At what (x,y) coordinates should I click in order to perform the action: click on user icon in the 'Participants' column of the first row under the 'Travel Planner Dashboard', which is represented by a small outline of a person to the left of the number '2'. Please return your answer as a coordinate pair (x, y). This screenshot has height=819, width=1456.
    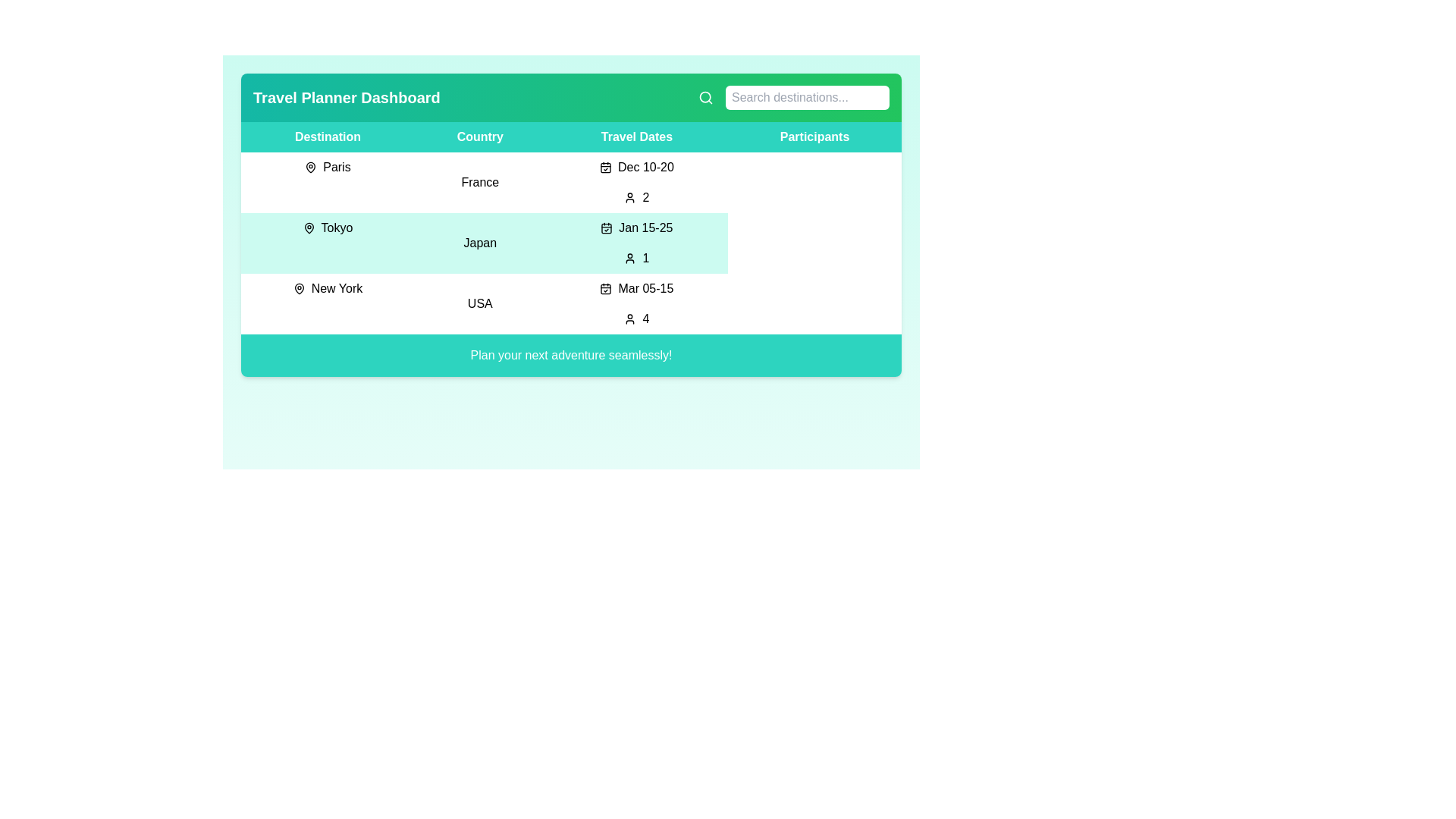
    Looking at the image, I should click on (630, 197).